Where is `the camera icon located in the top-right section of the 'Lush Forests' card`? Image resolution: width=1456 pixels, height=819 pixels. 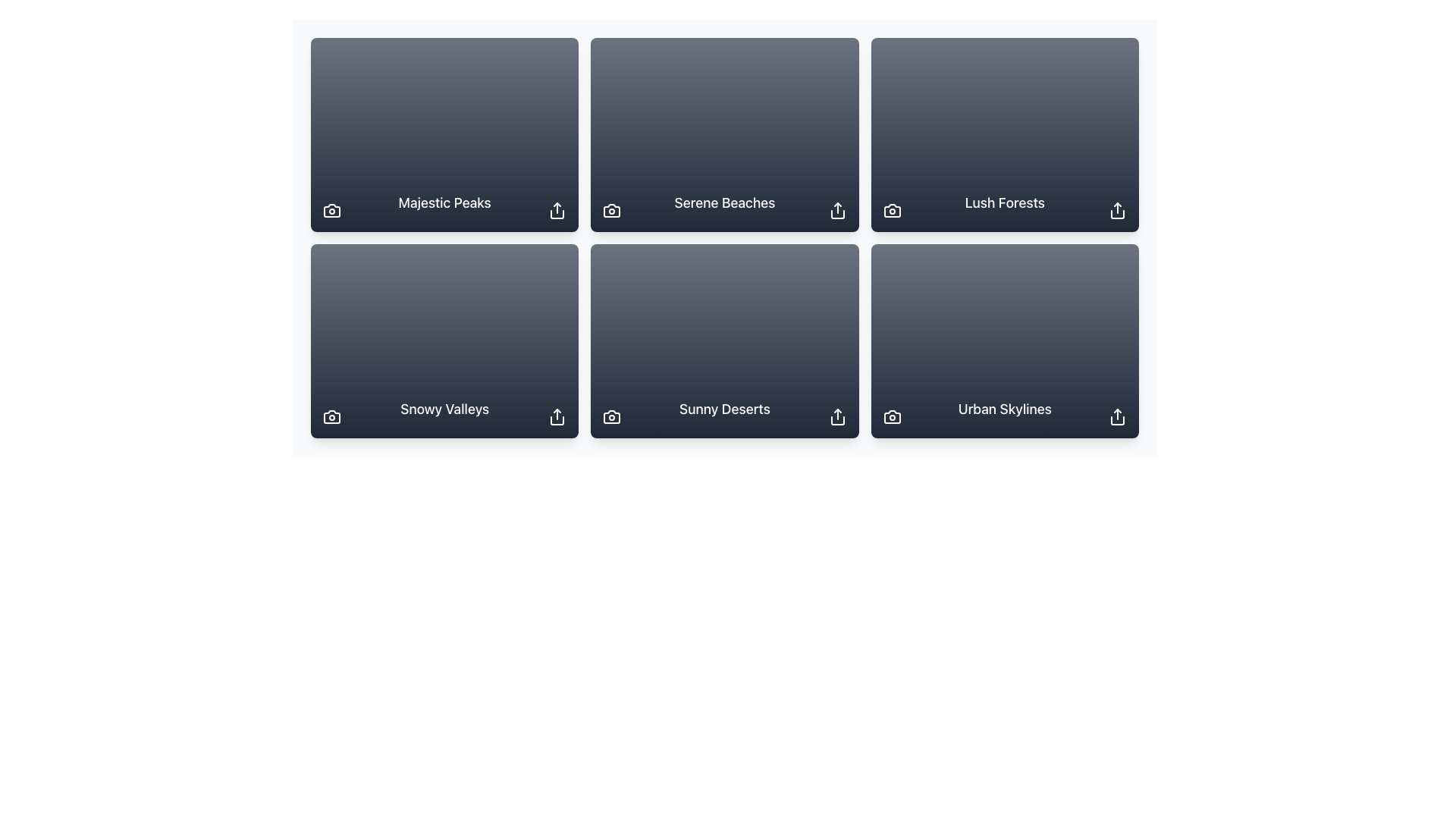 the camera icon located in the top-right section of the 'Lush Forests' card is located at coordinates (892, 210).